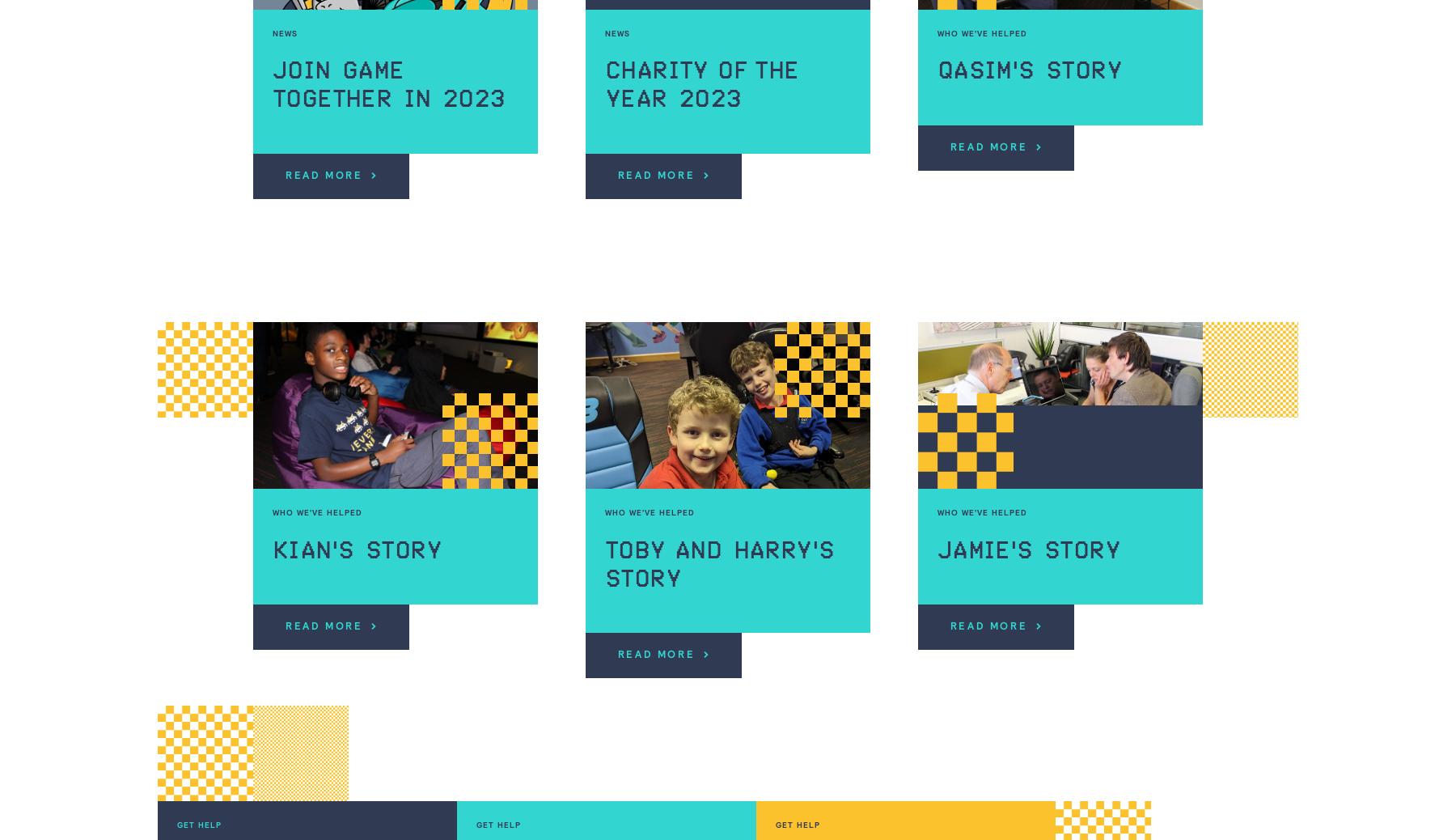 This screenshot has height=840, width=1456. I want to click on 'Toby and Harry's story', so click(719, 563).